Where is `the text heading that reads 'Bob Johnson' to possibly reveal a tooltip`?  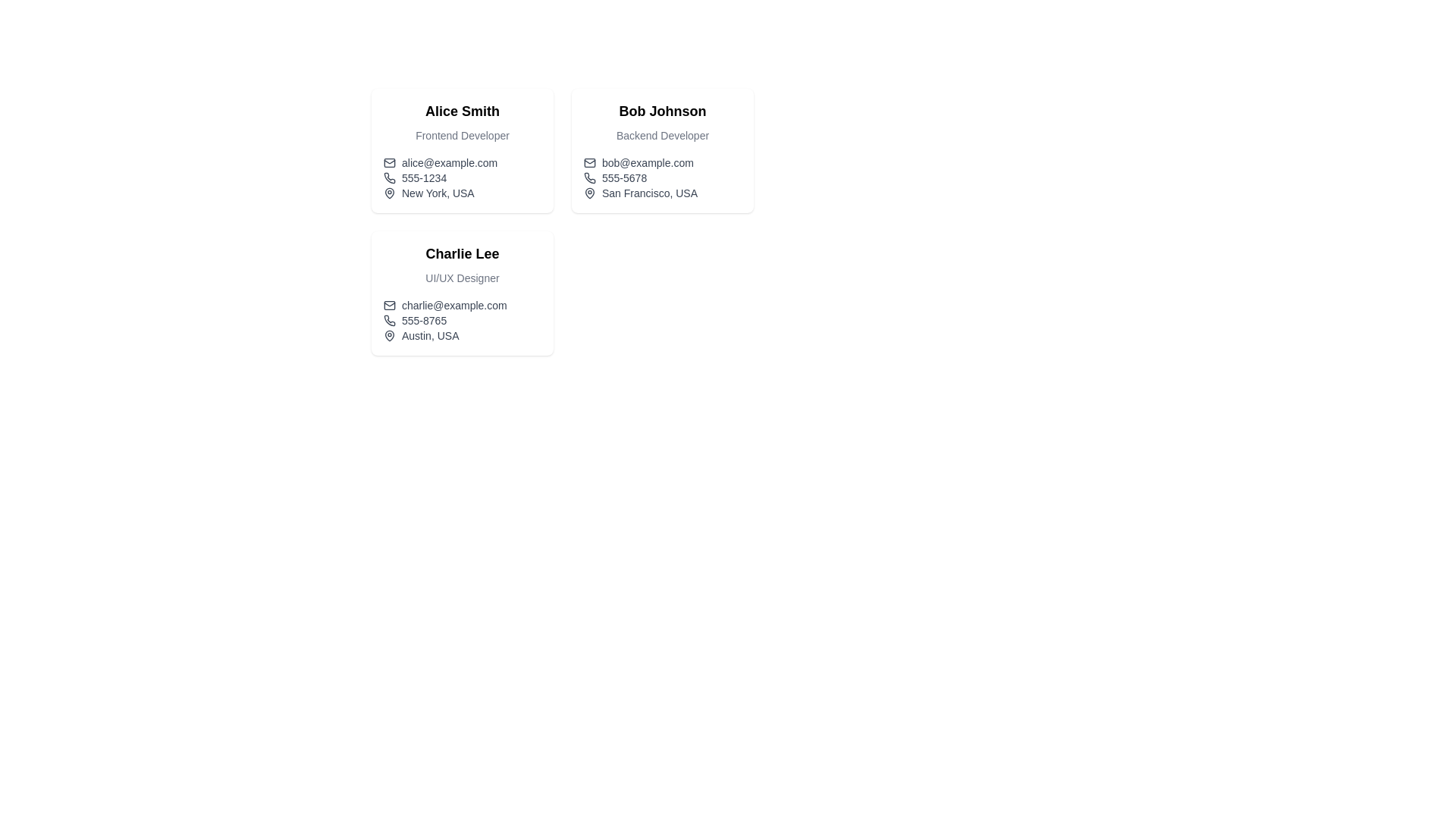 the text heading that reads 'Bob Johnson' to possibly reveal a tooltip is located at coordinates (662, 110).